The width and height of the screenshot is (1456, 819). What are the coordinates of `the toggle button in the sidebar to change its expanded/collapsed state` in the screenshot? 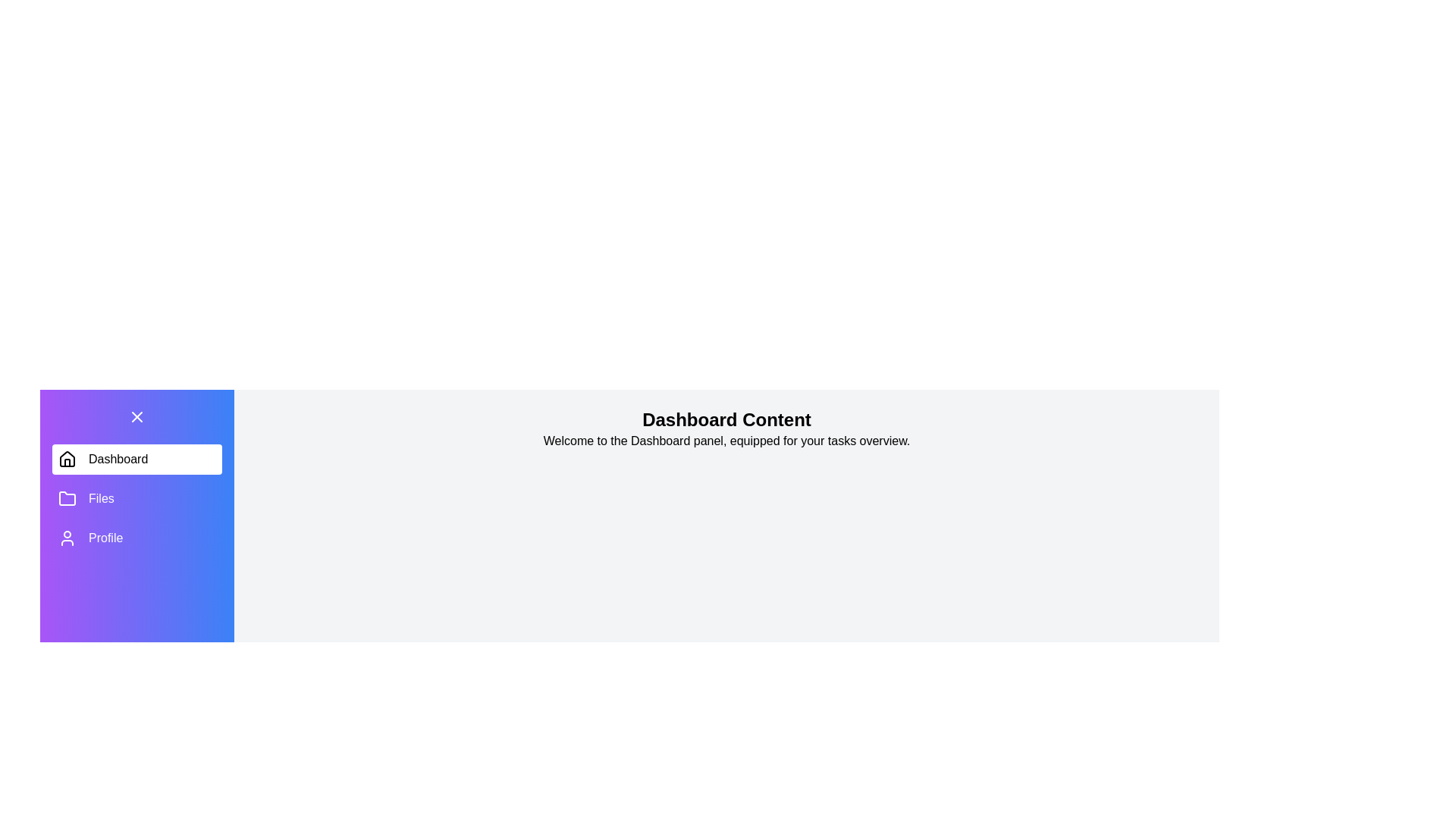 It's located at (137, 417).